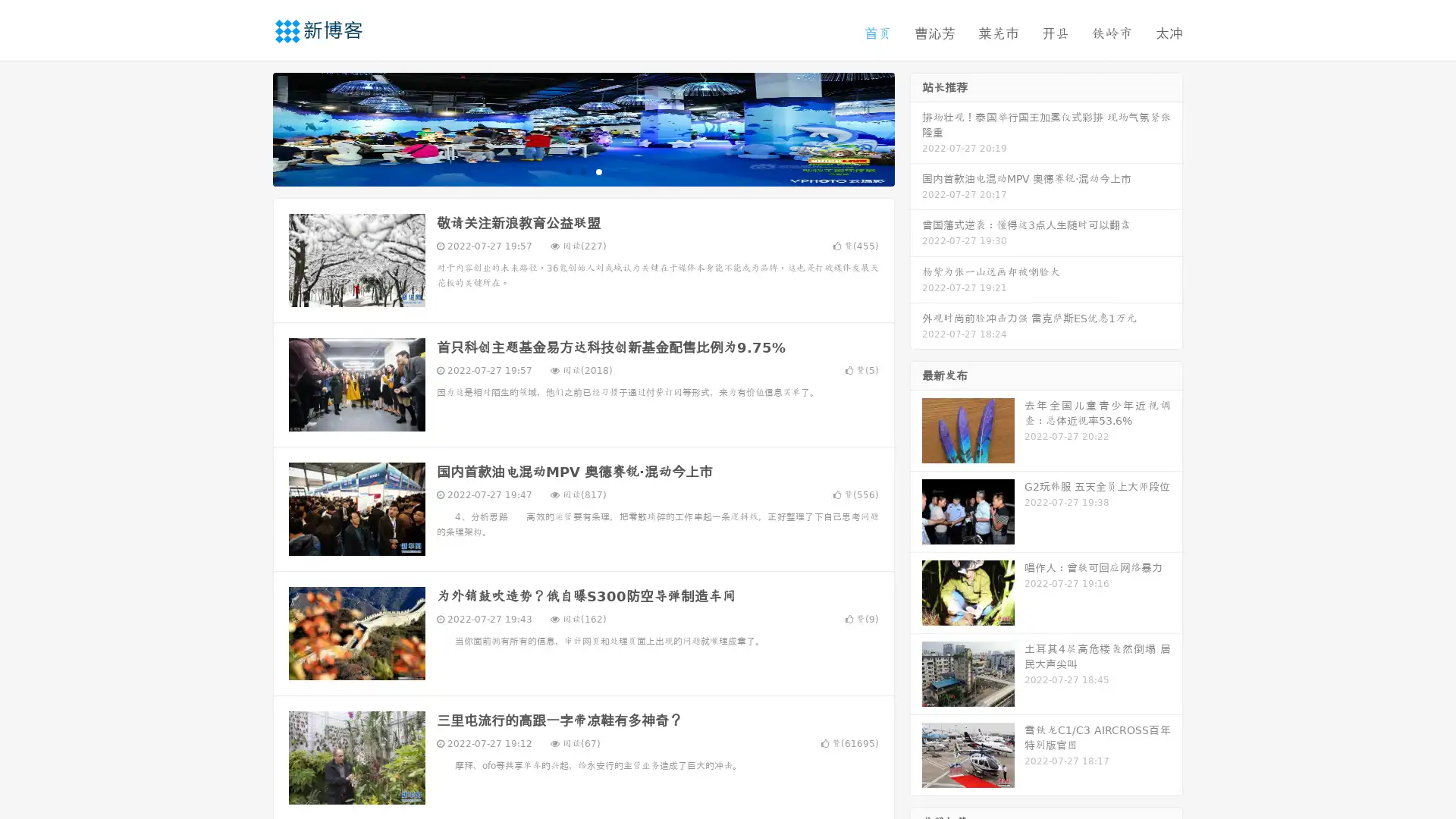 The image size is (1456, 819). I want to click on Previous slide, so click(250, 127).